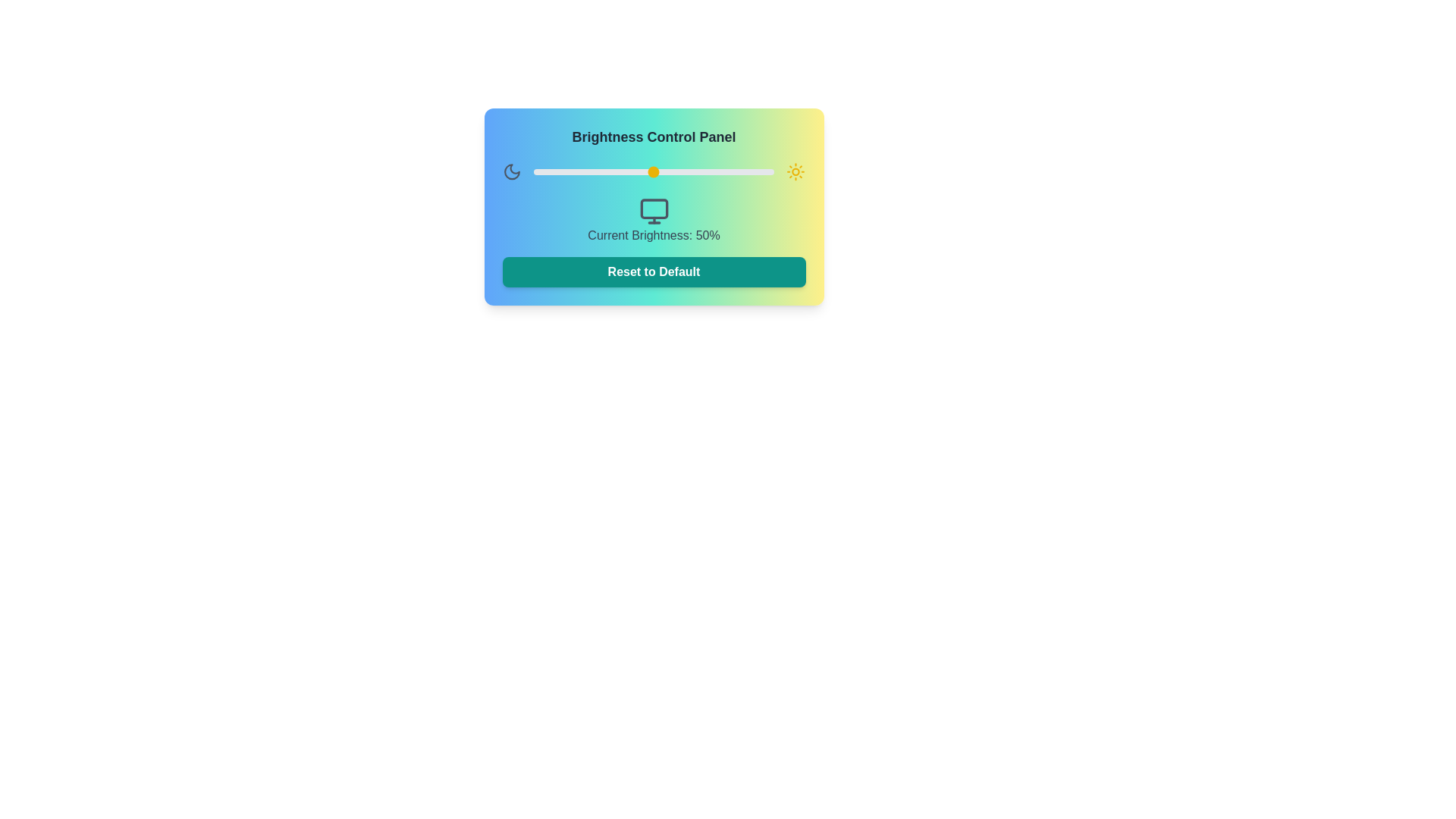 The image size is (1456, 819). Describe the element at coordinates (795, 171) in the screenshot. I see `the small circular element representing the sun's core in the sun icon, located on the right side of the brightness control panel` at that location.